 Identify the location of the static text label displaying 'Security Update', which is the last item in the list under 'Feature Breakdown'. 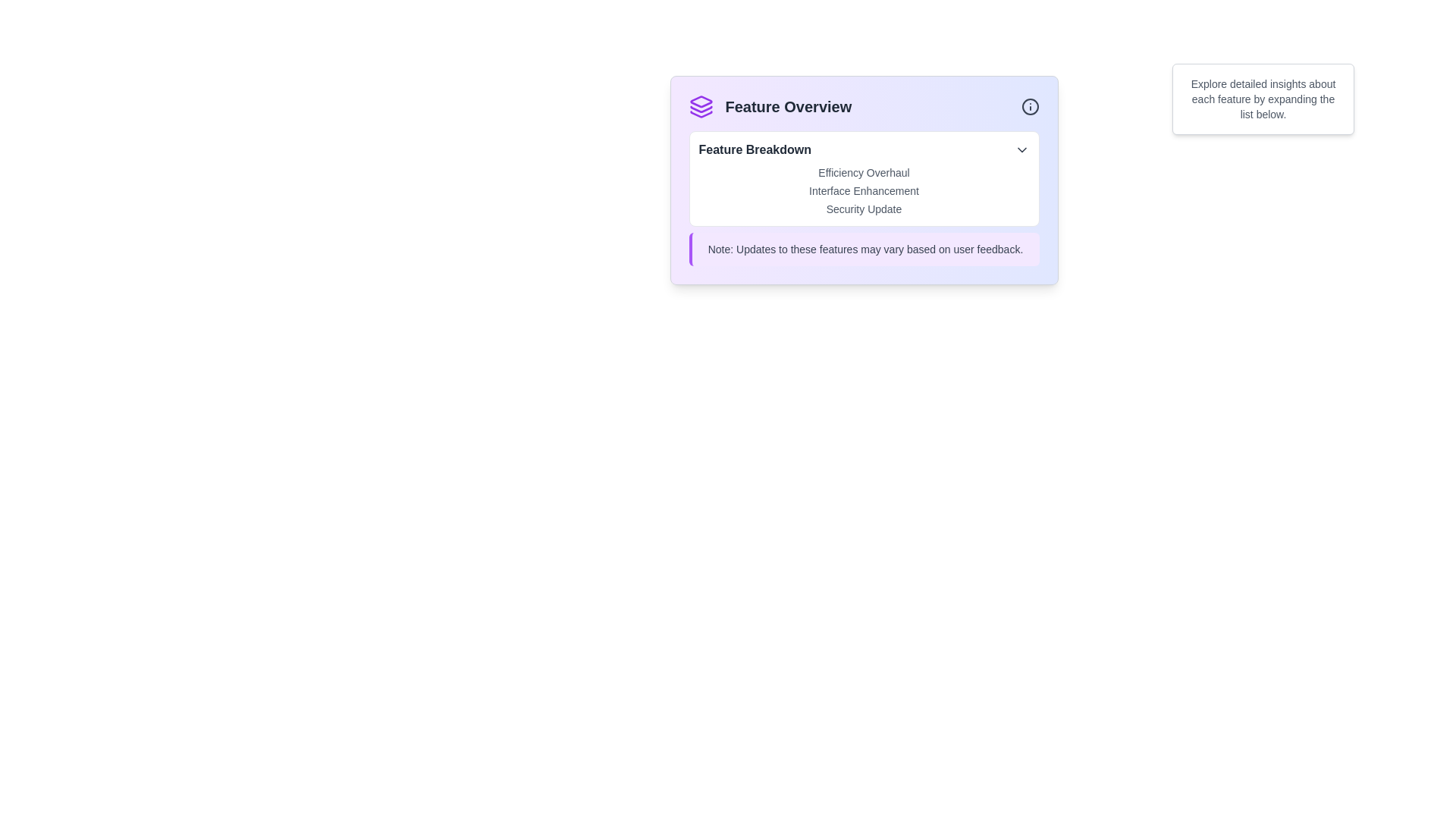
(864, 209).